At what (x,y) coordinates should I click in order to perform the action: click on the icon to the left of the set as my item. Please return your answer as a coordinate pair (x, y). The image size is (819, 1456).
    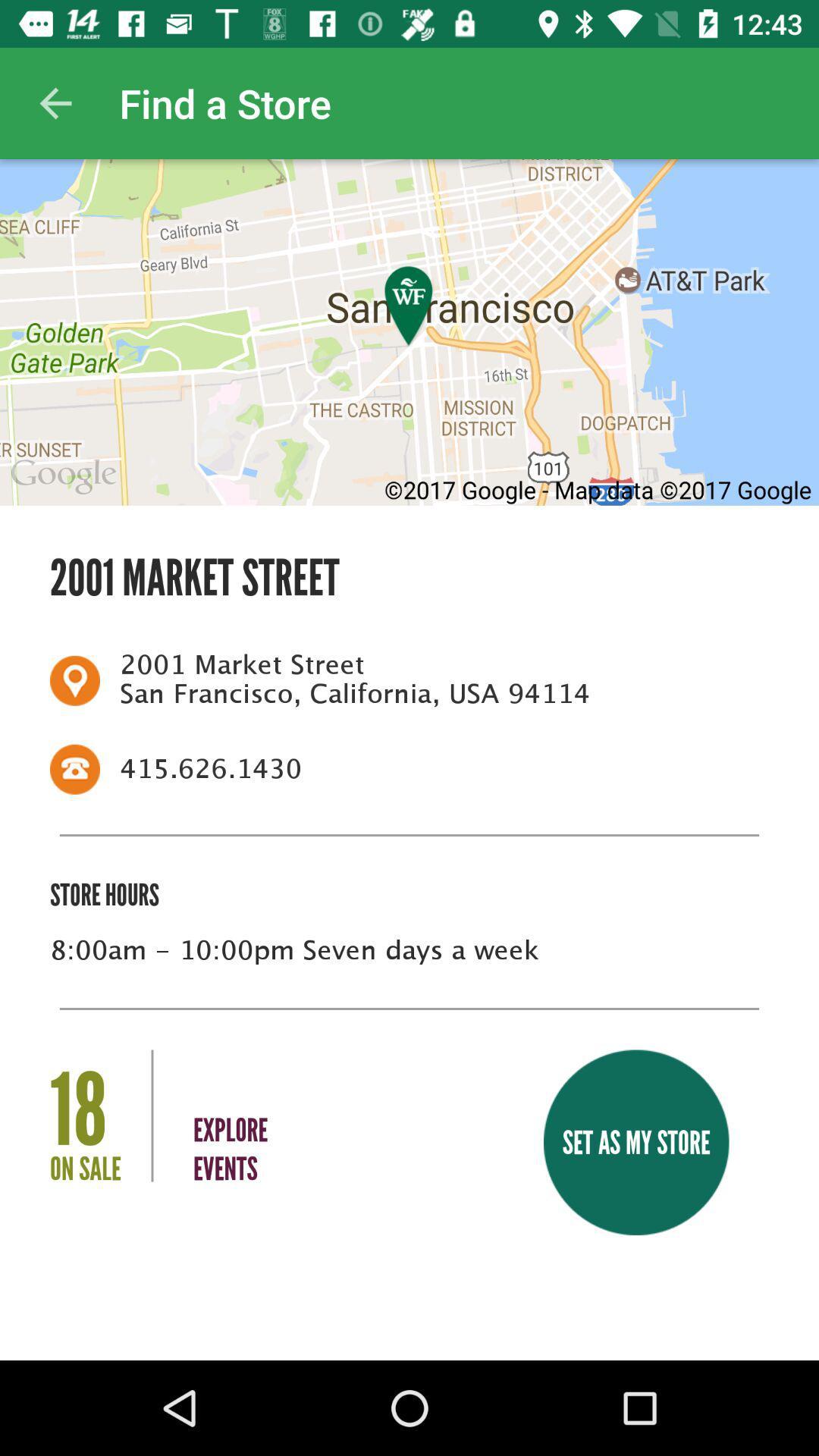
    Looking at the image, I should click on (231, 1119).